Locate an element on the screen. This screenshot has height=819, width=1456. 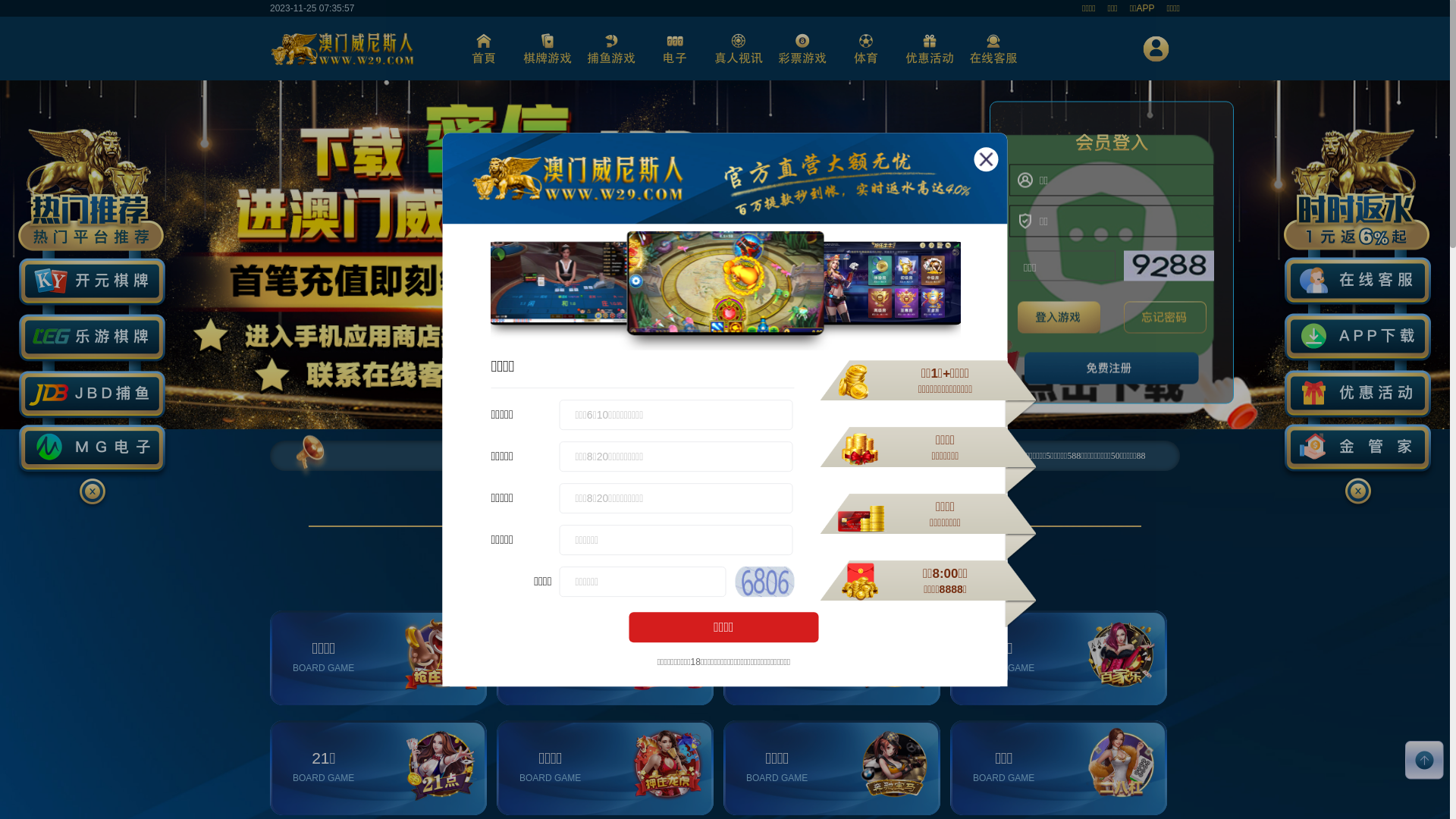
'2023-11-25 07:35:56' is located at coordinates (311, 8).